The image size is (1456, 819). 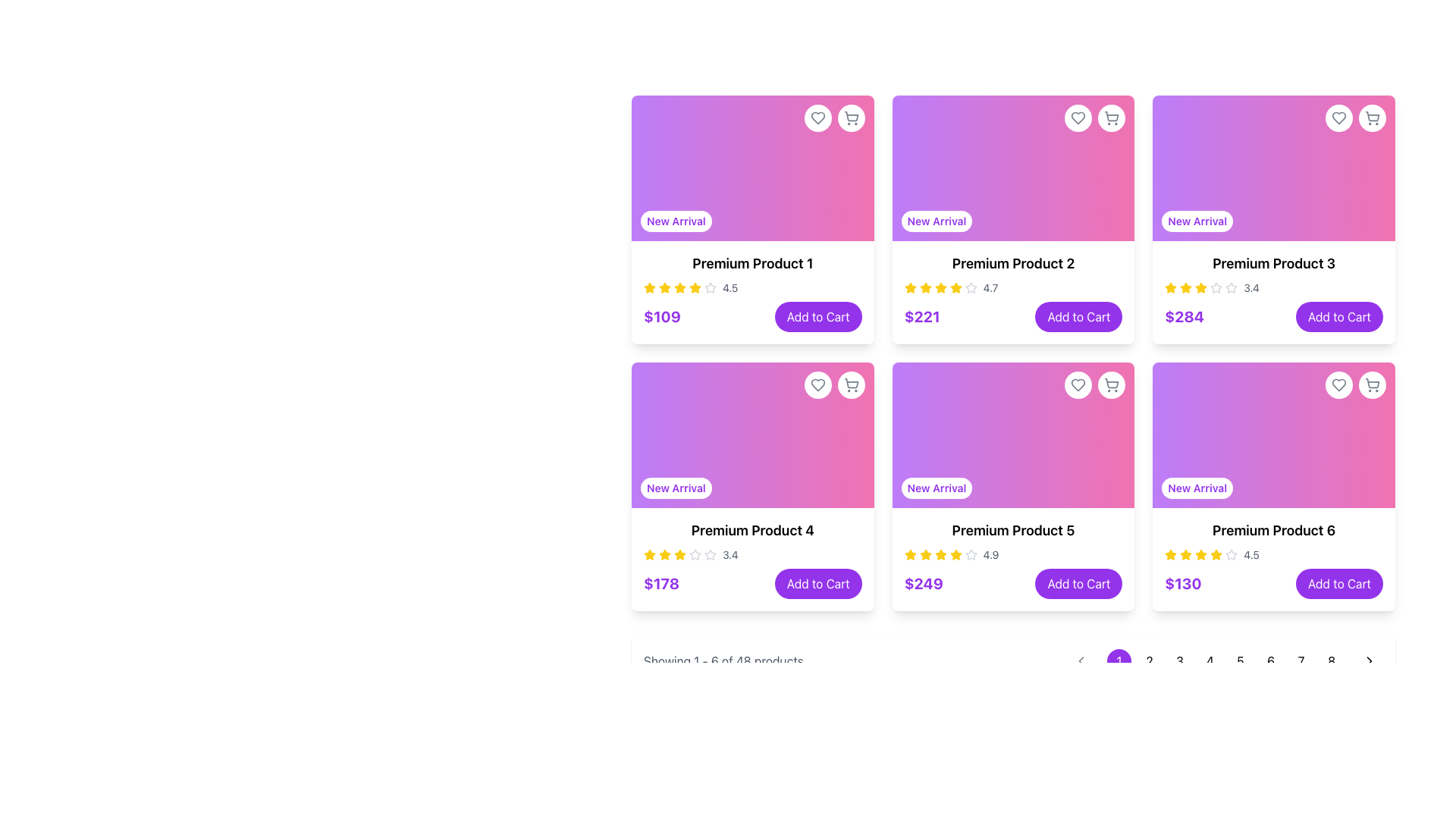 What do you see at coordinates (817, 117) in the screenshot?
I see `the circular button with a white background and a gray heart icon located at the top-right corner of the product card for 'Premium Product 1'` at bounding box center [817, 117].